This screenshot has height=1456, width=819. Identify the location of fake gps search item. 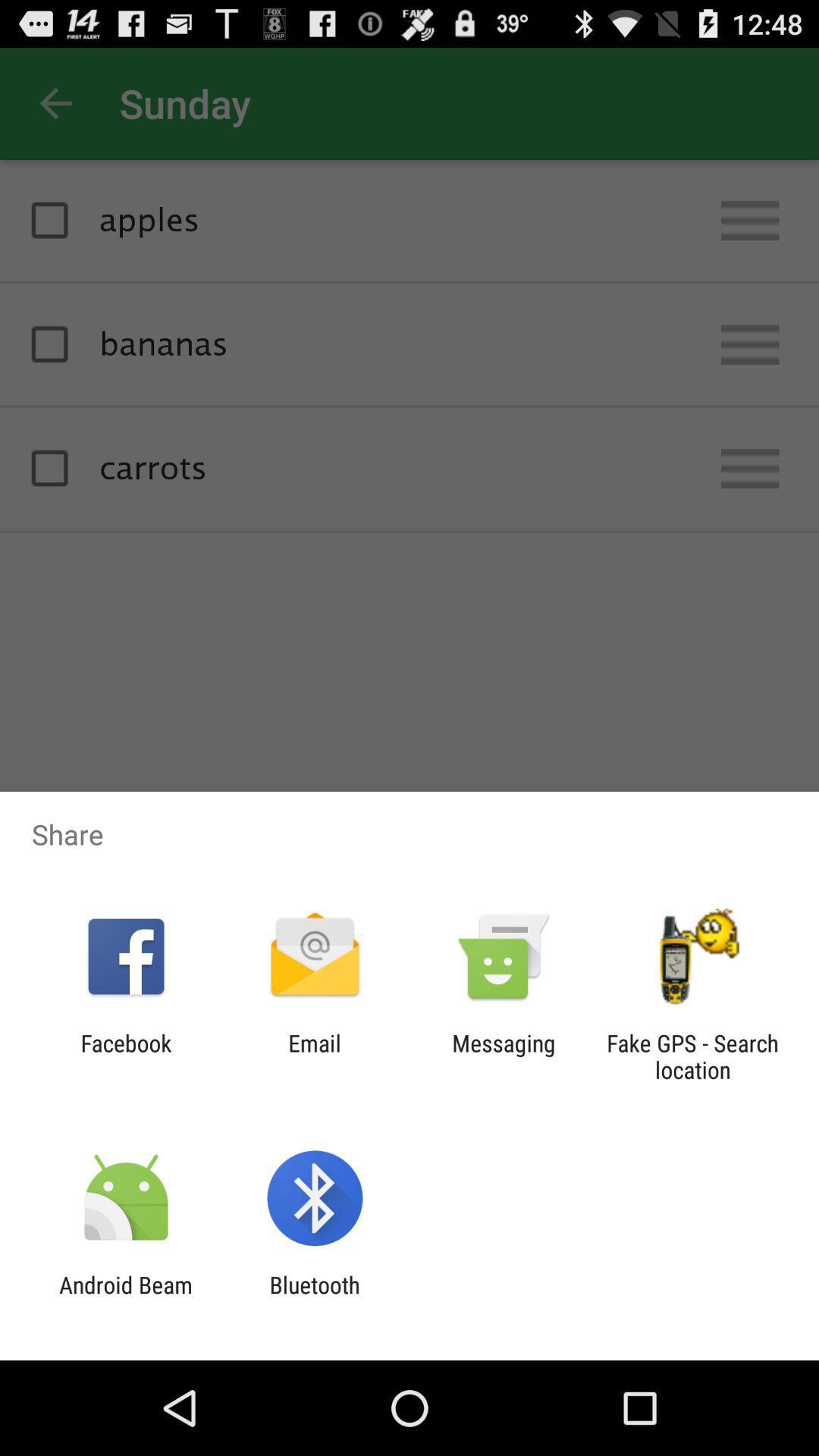
(692, 1056).